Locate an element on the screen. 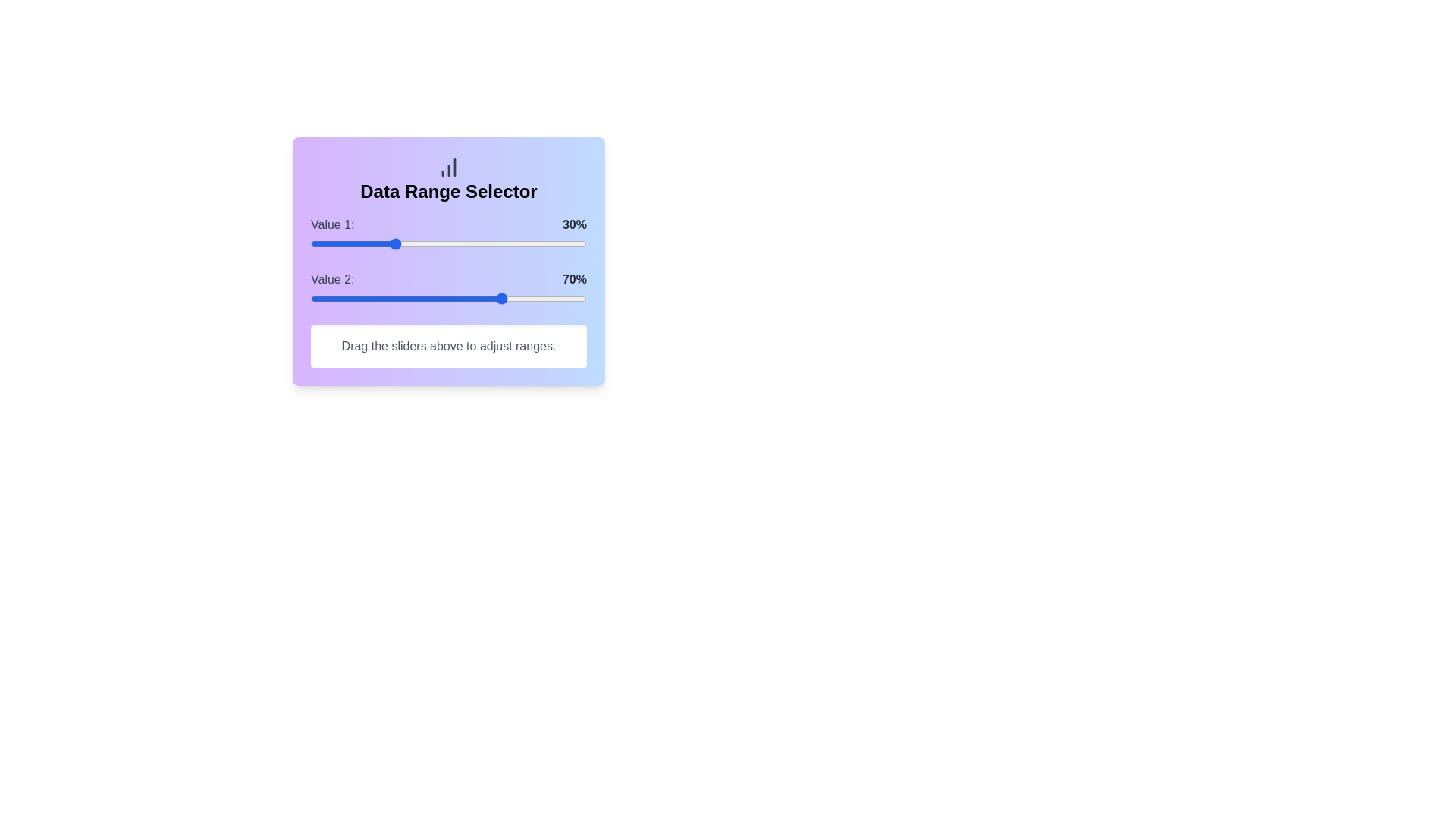 Image resolution: width=1456 pixels, height=819 pixels. the Value 2 slider to 49% is located at coordinates (445, 298).